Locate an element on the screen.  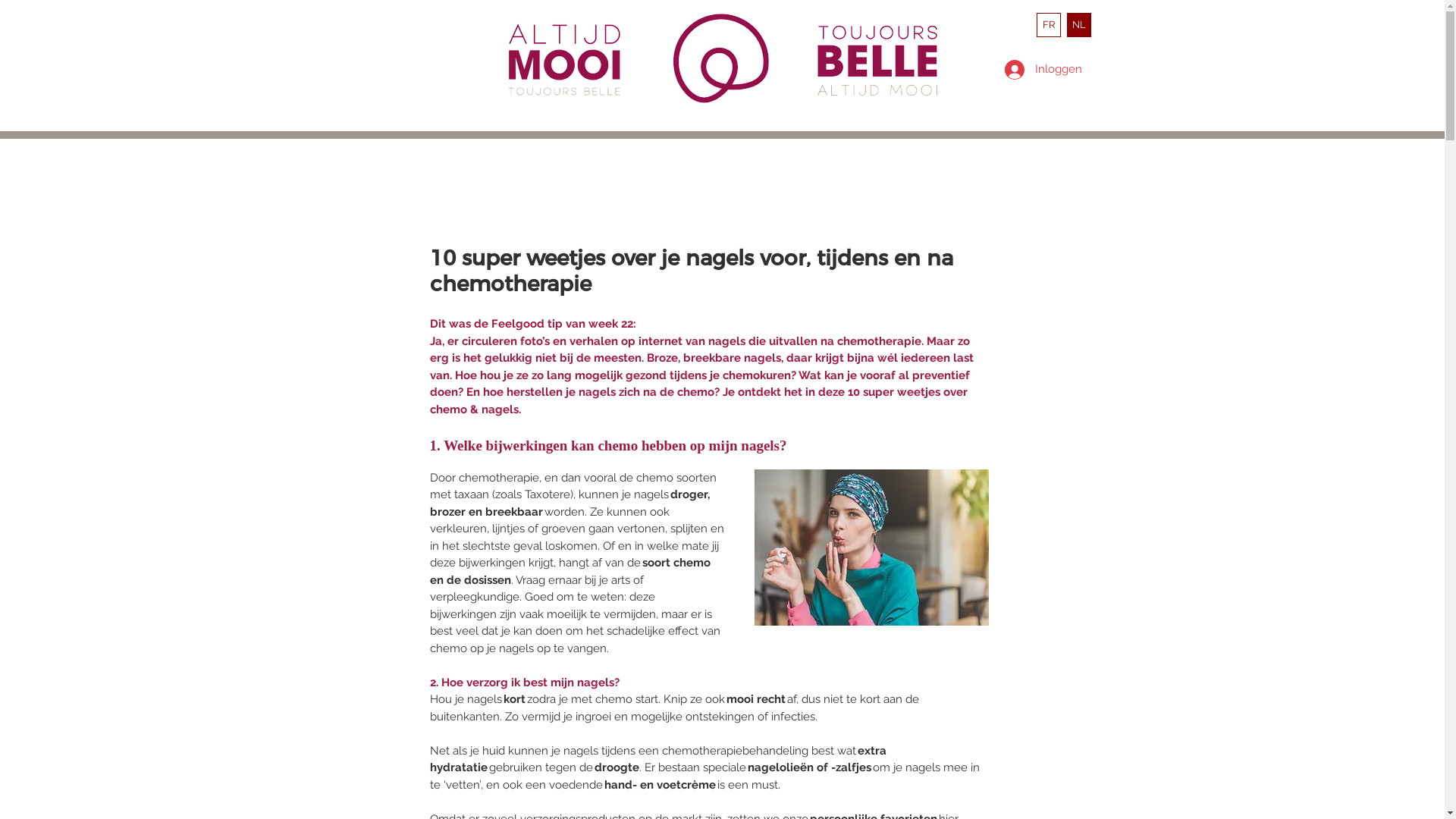
'ALTIJDMOOI_FRLOGO_HRES_edited_edited.png' is located at coordinates (880, 59).